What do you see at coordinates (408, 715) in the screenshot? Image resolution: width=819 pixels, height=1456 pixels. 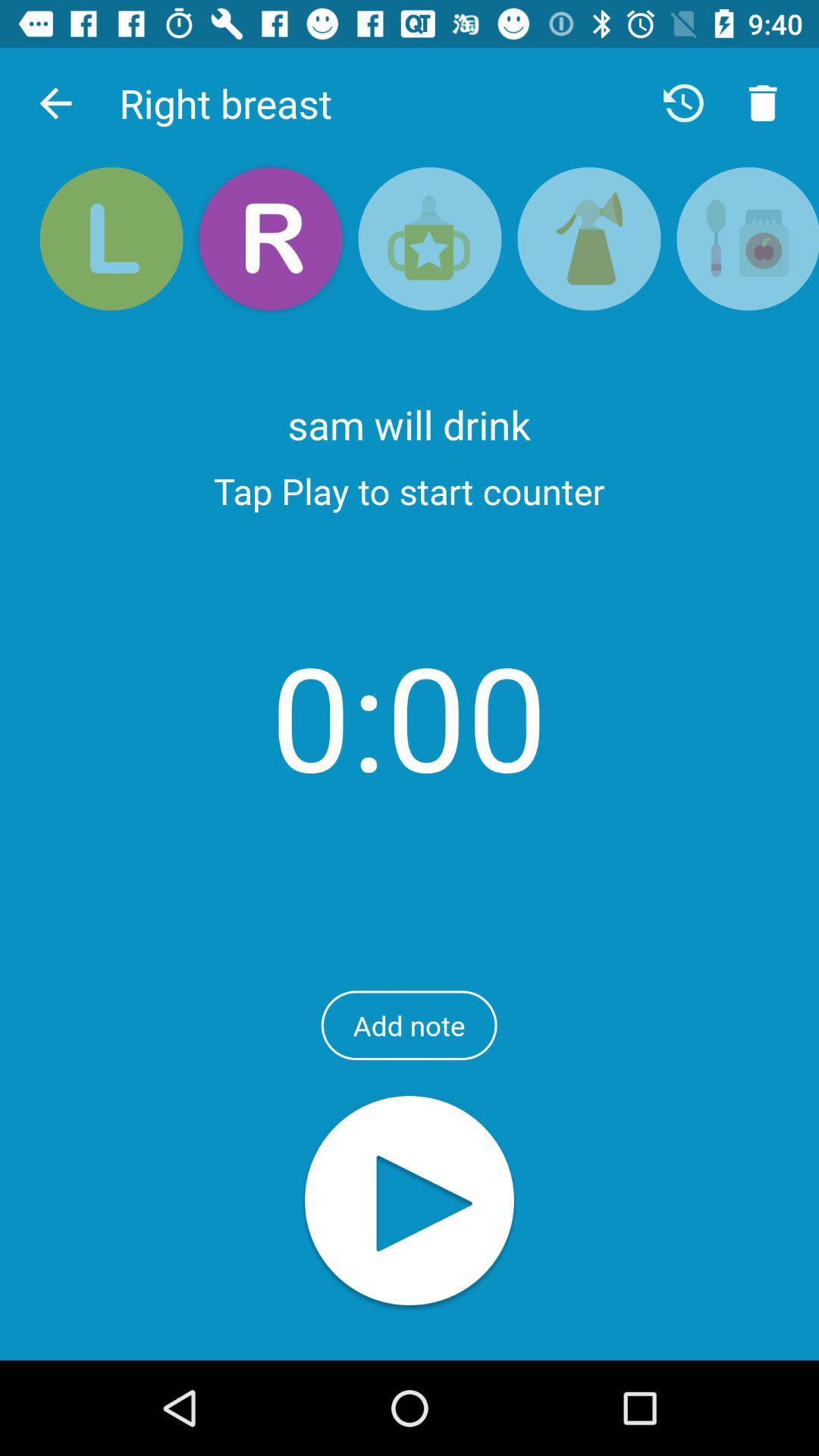 I see `0:00 item` at bounding box center [408, 715].